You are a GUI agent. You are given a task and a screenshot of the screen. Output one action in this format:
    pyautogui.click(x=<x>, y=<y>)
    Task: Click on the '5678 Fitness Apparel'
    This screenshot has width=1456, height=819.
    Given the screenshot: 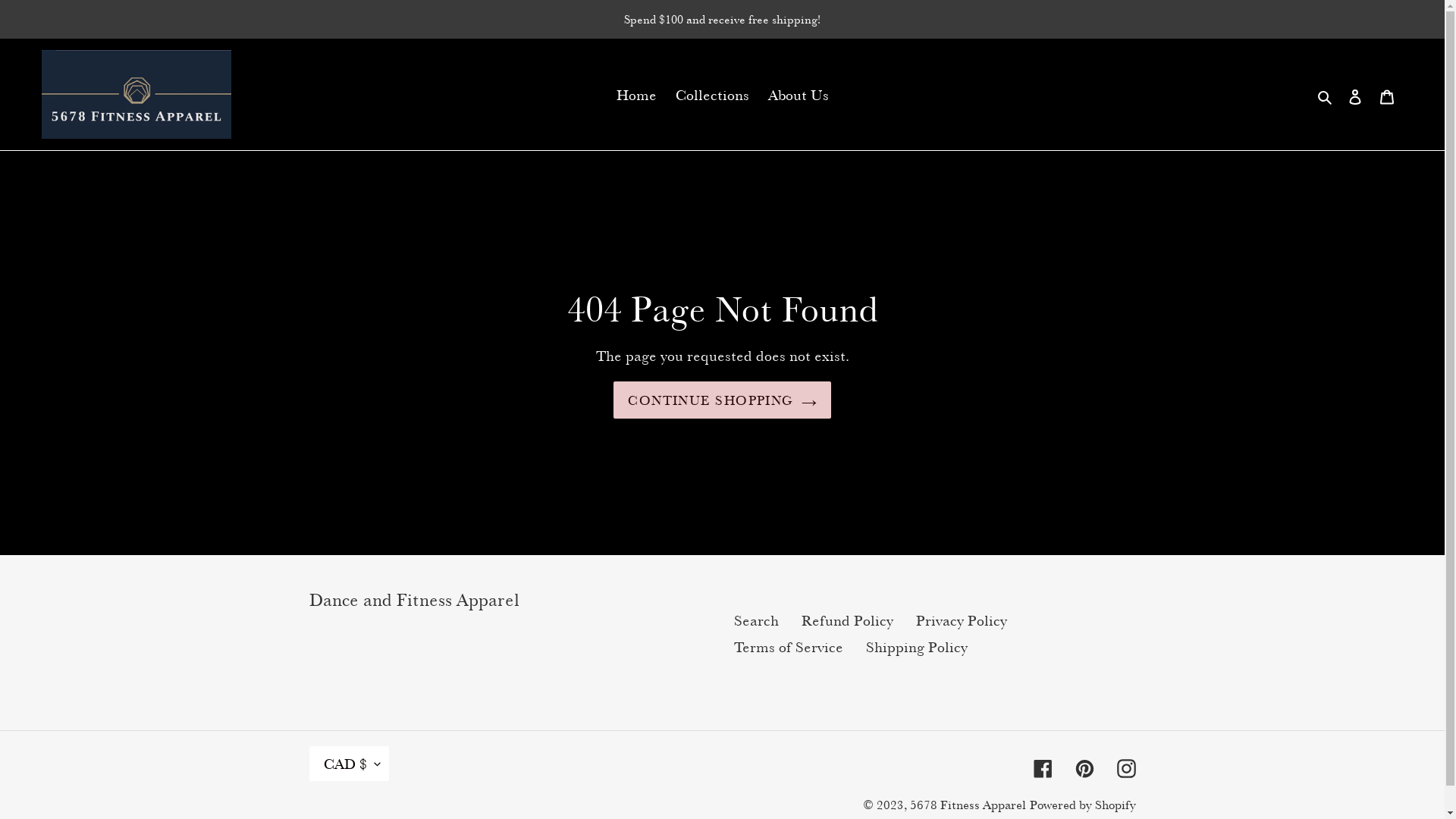 What is the action you would take?
    pyautogui.click(x=967, y=804)
    